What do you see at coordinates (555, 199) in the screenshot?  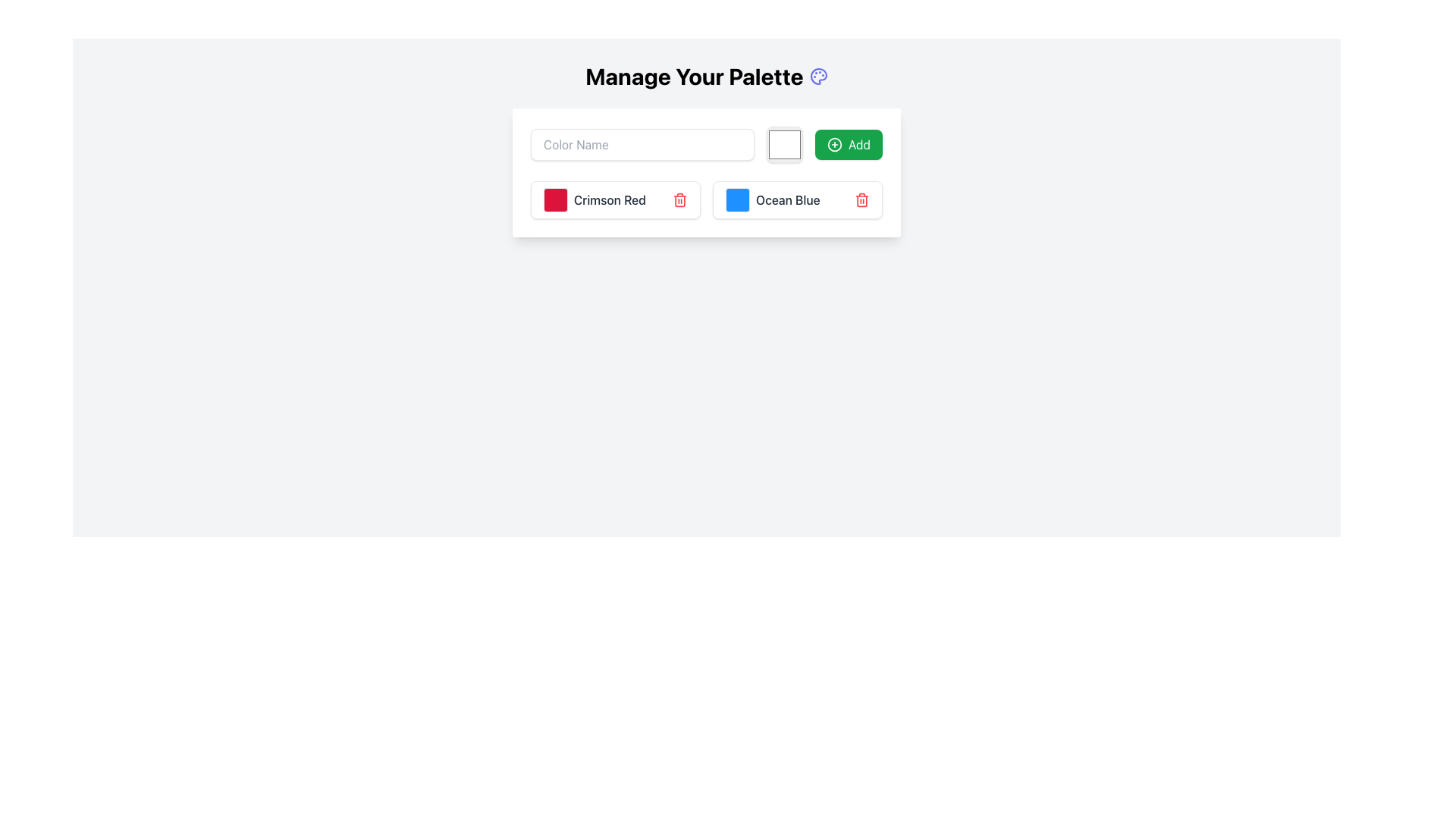 I see `the color swatch displaying a solid Crimson Red color` at bounding box center [555, 199].